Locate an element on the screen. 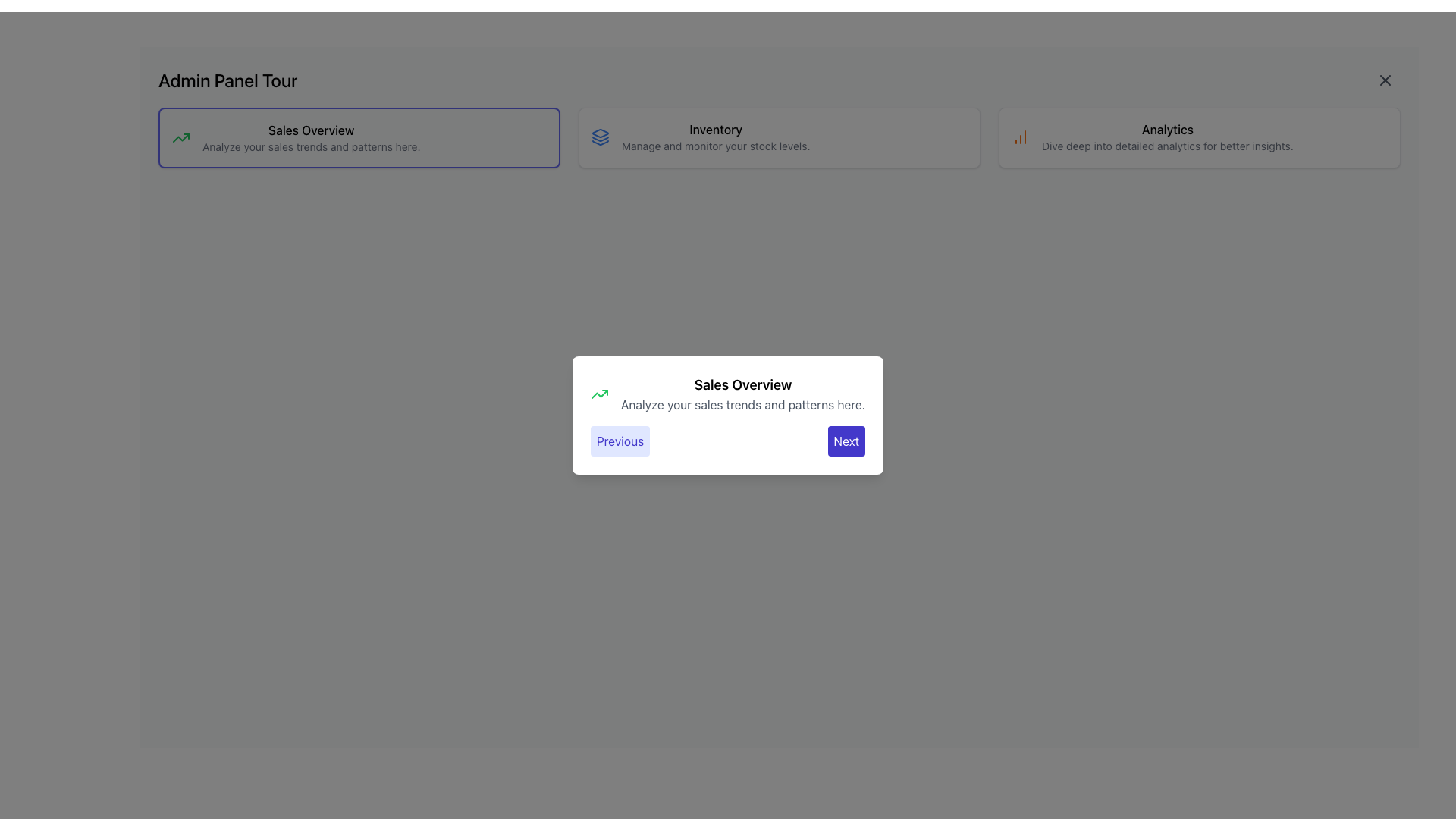 The image size is (1456, 819). the text label that reads 'Analyze your sales trends and patterns here.', which is styled in gray and located below the 'Sales Overview' heading is located at coordinates (310, 146).